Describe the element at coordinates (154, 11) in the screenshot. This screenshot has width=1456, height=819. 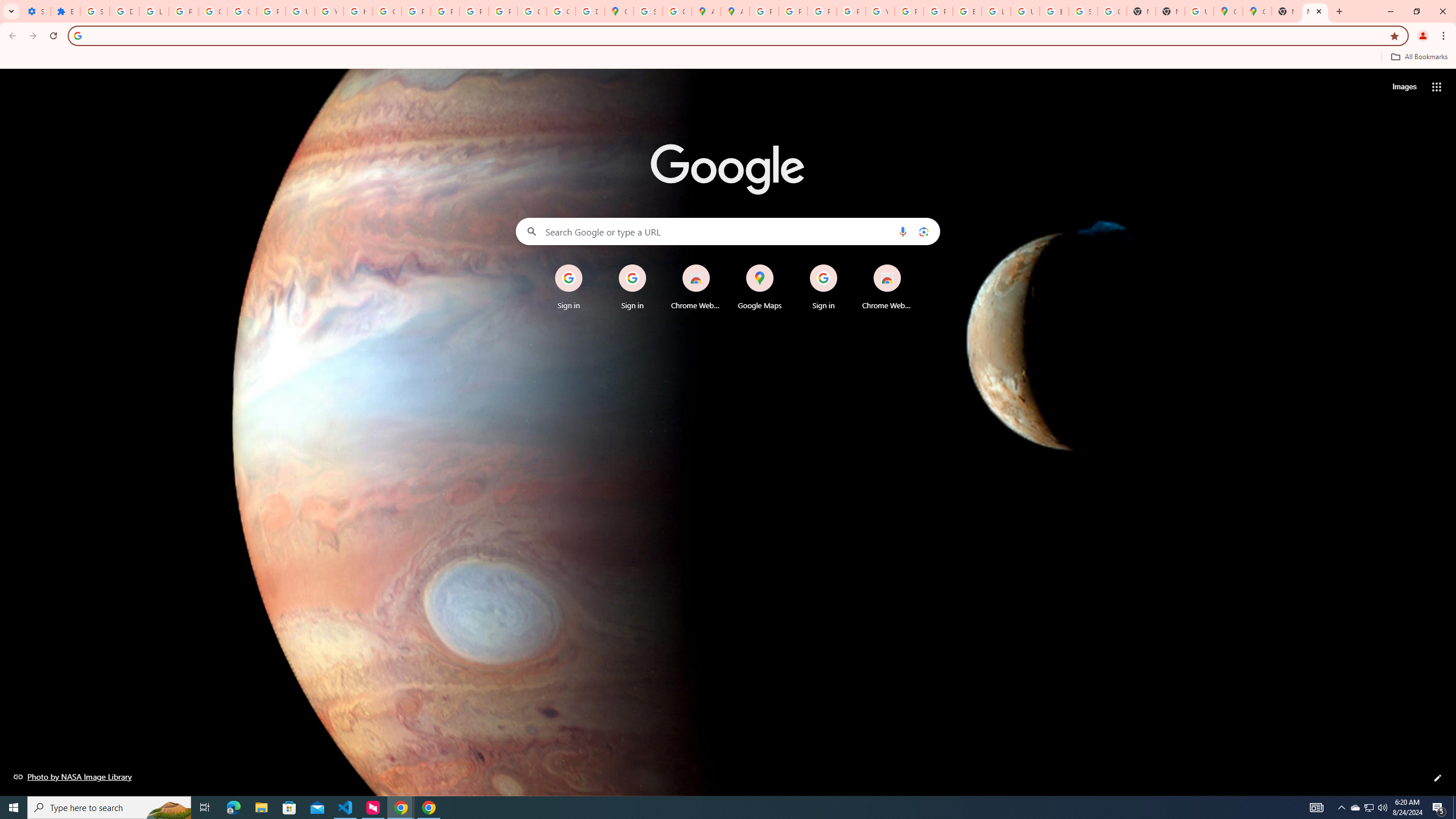
I see `'Learn how to find your photos - Google Photos Help'` at that location.